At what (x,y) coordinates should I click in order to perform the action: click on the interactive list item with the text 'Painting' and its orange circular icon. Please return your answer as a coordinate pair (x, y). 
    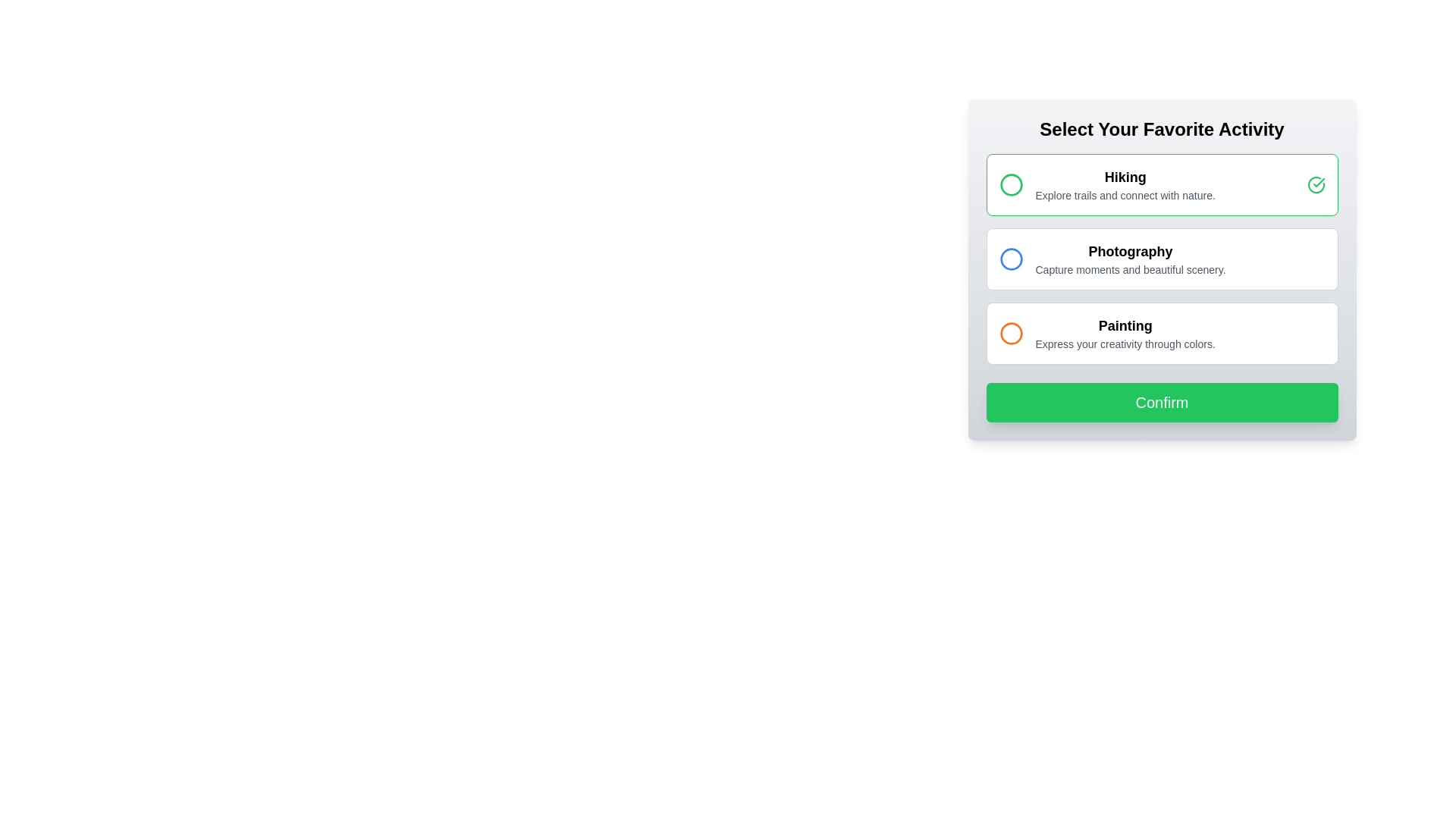
    Looking at the image, I should click on (1107, 332).